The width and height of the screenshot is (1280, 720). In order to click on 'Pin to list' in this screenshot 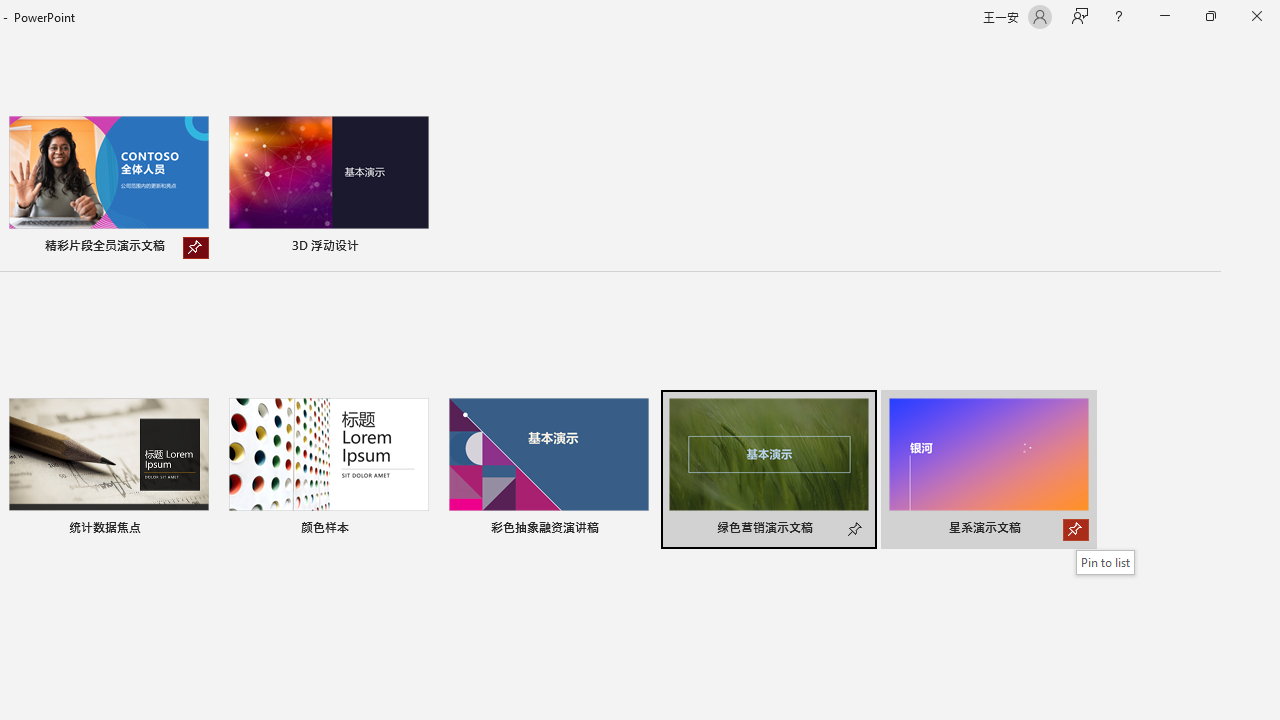, I will do `click(1104, 562)`.